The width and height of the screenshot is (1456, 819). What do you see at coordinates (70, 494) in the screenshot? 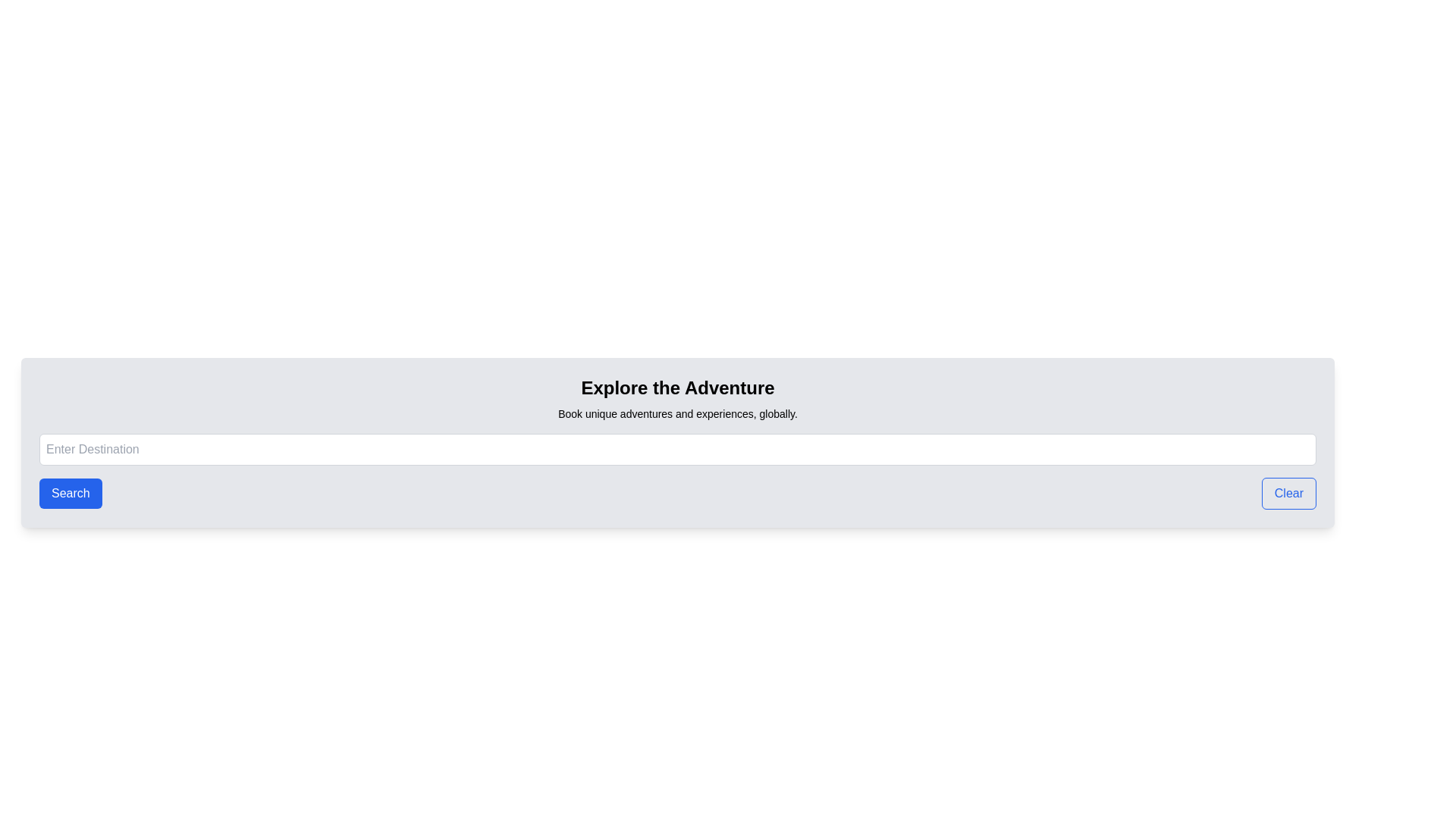
I see `the 'Search' button, which is a rectangular button with rounded corners and displays the text 'Search' in white against a blue background` at bounding box center [70, 494].